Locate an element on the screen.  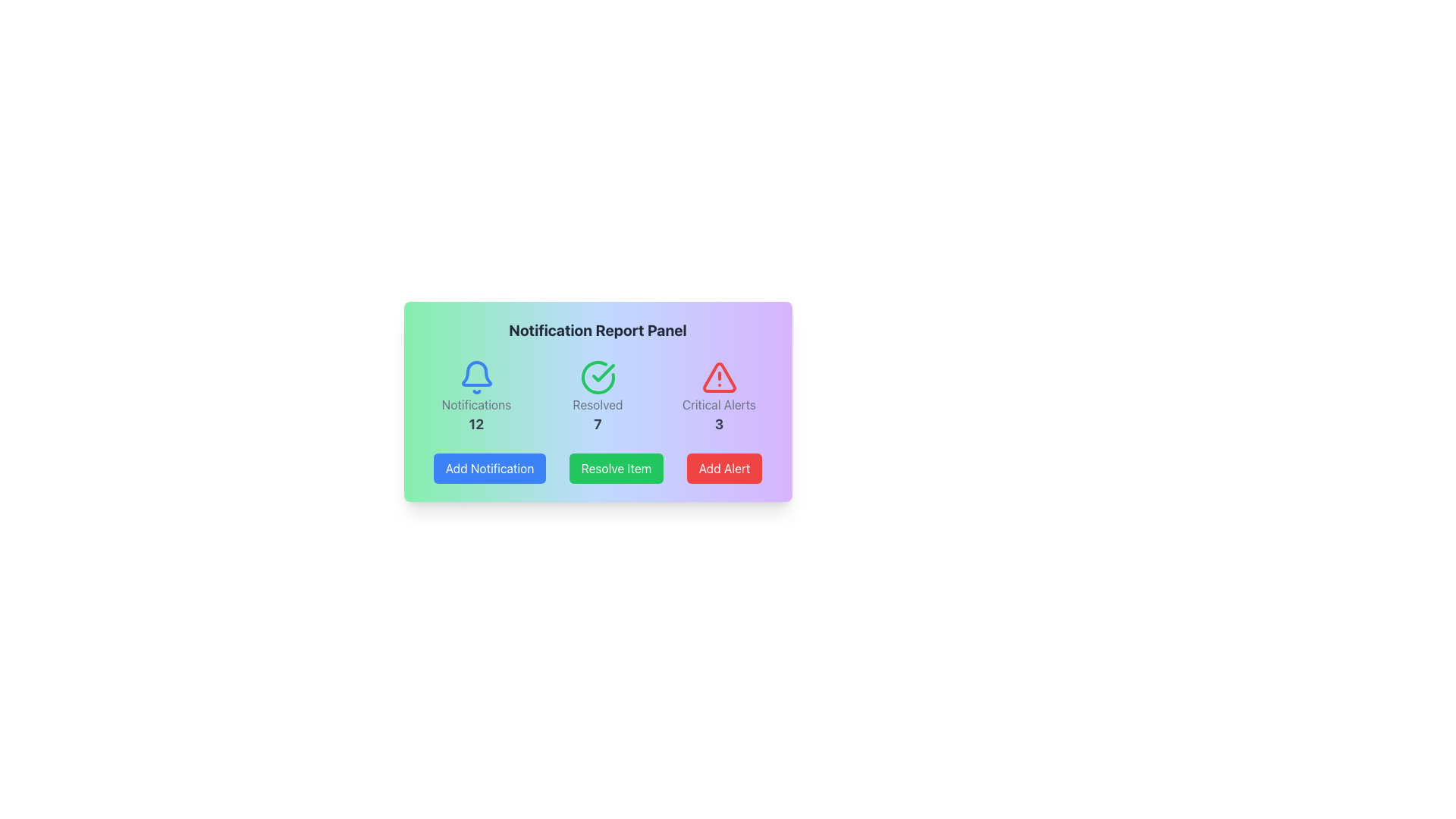
numerical indicator text representing the count of notifications located below the 'Notifications' text and bell icon in the Notification Report Panel is located at coordinates (475, 424).